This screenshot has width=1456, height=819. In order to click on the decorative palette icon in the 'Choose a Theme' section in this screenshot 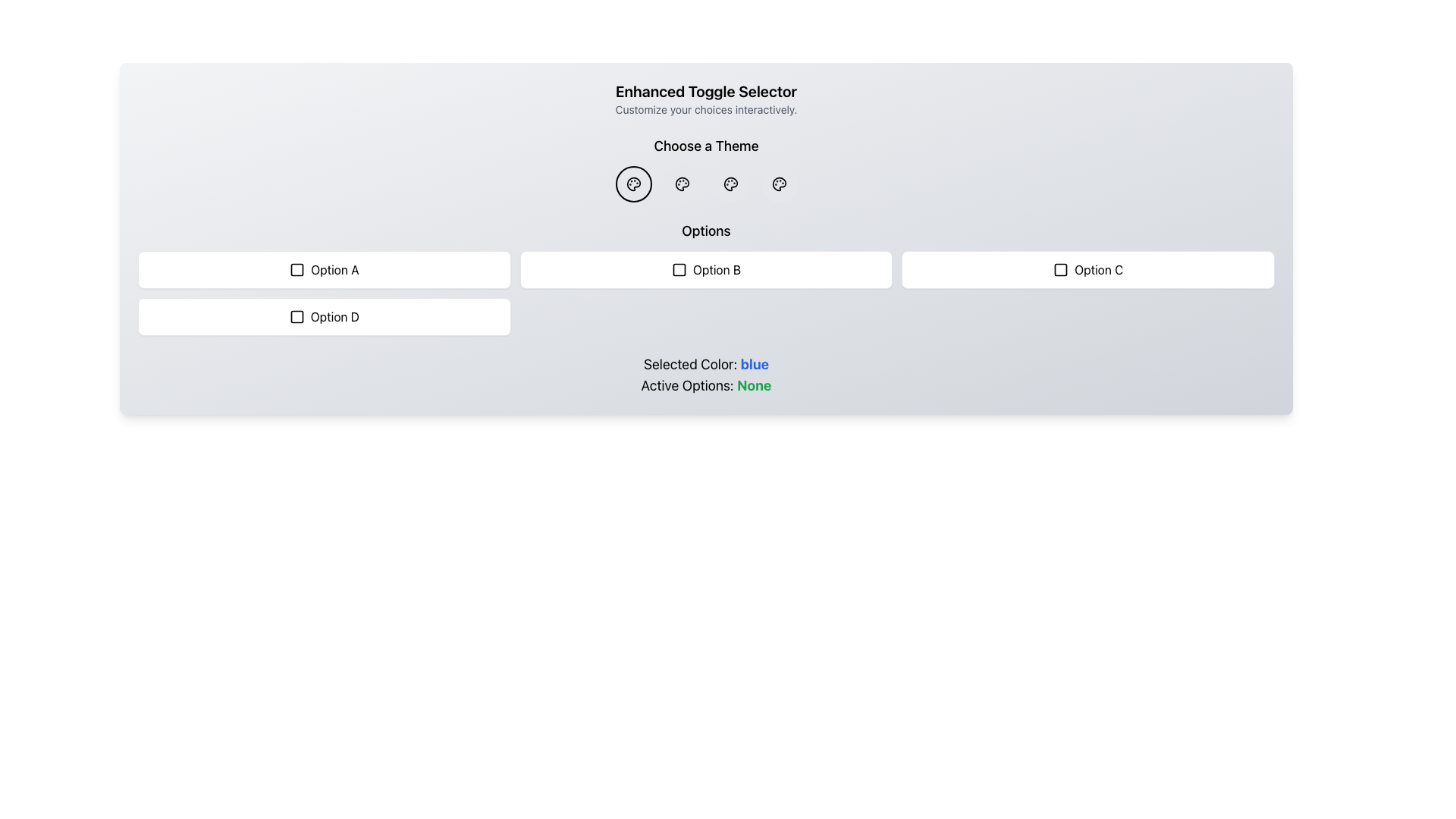, I will do `click(730, 184)`.